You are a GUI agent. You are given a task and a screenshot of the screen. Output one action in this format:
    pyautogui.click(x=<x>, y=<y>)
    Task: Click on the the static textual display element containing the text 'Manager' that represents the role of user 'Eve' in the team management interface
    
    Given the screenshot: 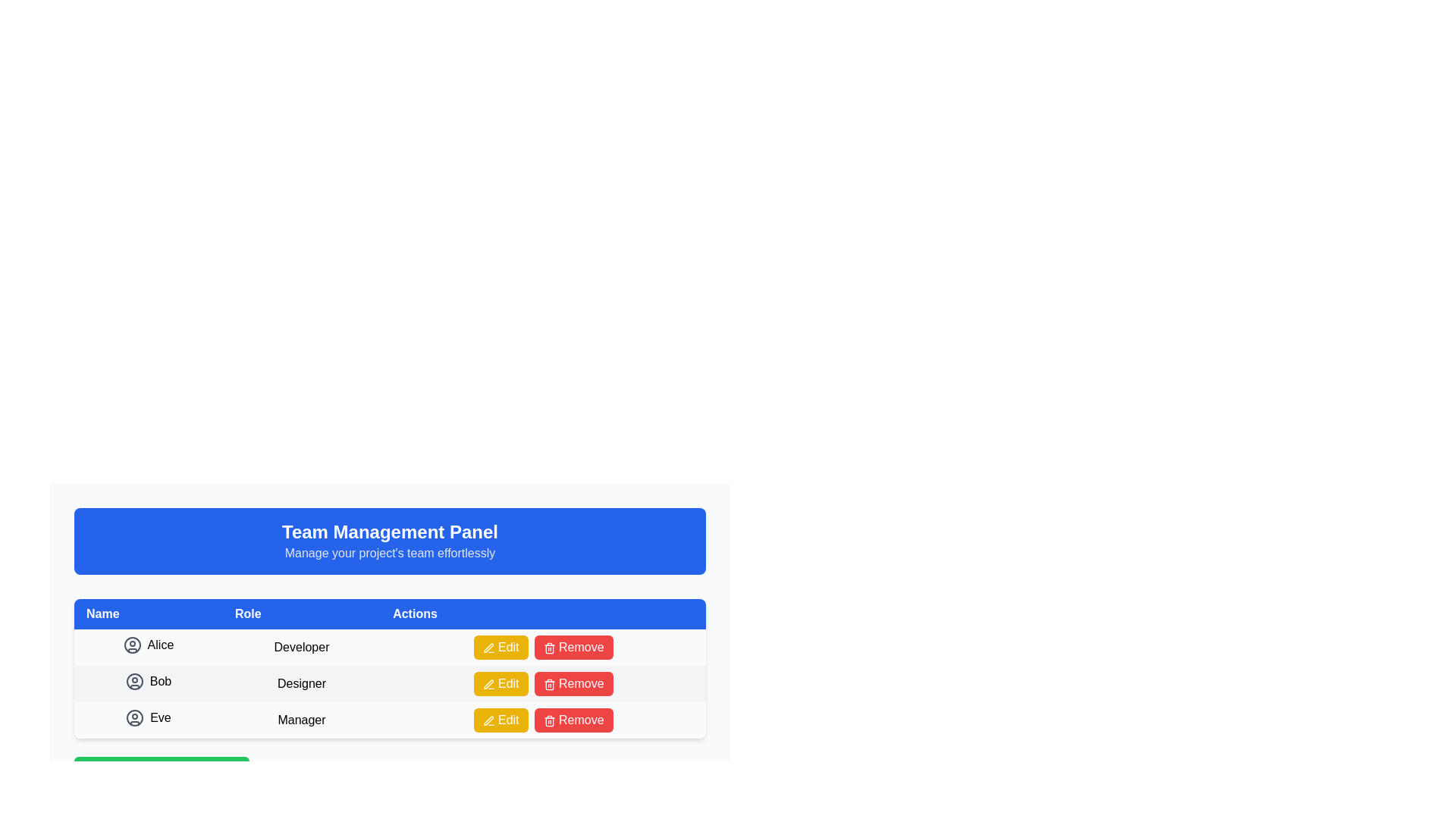 What is the action you would take?
    pyautogui.click(x=302, y=719)
    